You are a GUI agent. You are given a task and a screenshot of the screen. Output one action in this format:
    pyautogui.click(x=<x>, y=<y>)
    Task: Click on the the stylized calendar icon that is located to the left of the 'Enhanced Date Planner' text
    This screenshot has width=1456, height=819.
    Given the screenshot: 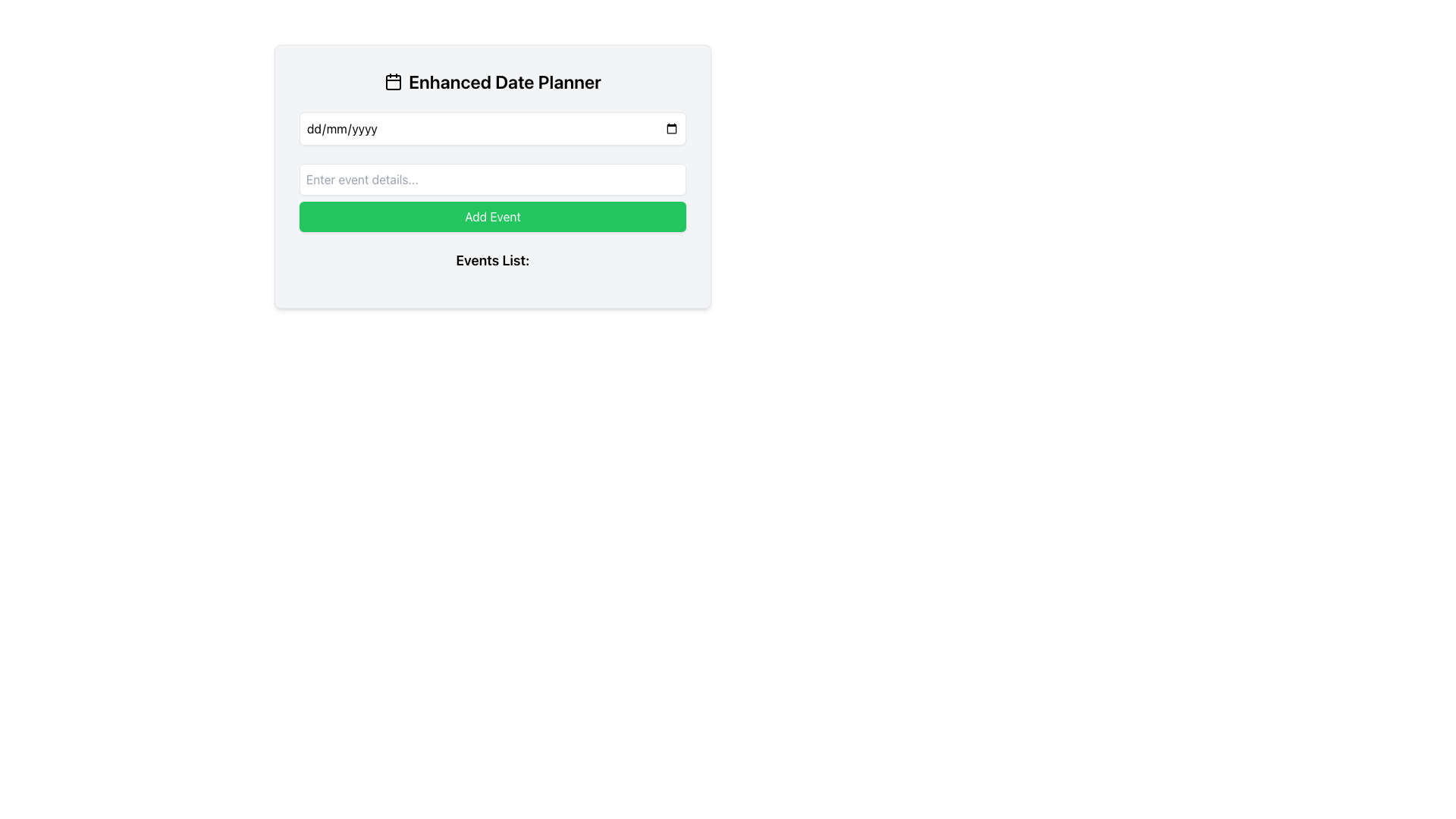 What is the action you would take?
    pyautogui.click(x=394, y=82)
    